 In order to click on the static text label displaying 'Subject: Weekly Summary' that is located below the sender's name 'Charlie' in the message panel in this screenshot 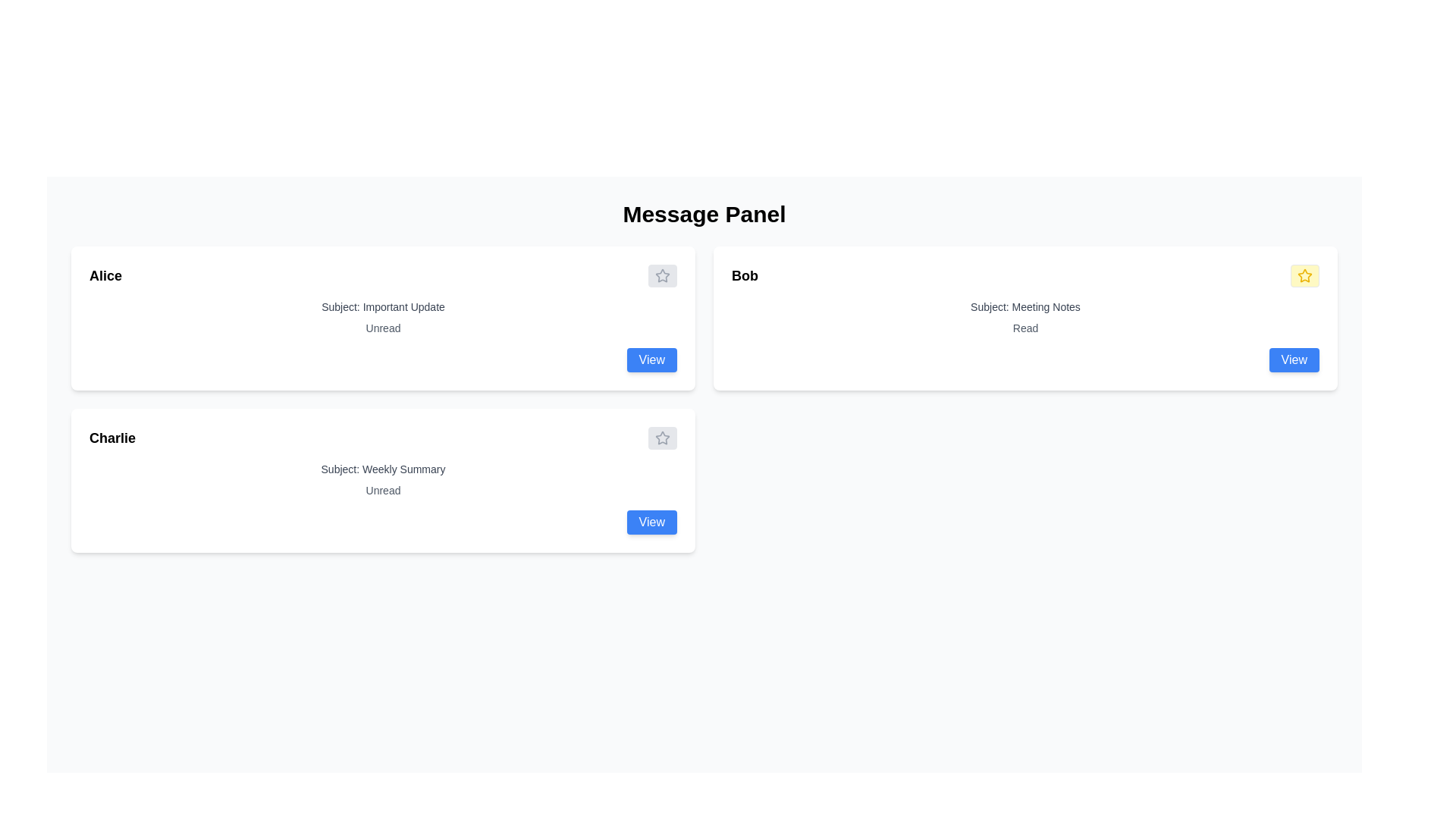, I will do `click(383, 468)`.